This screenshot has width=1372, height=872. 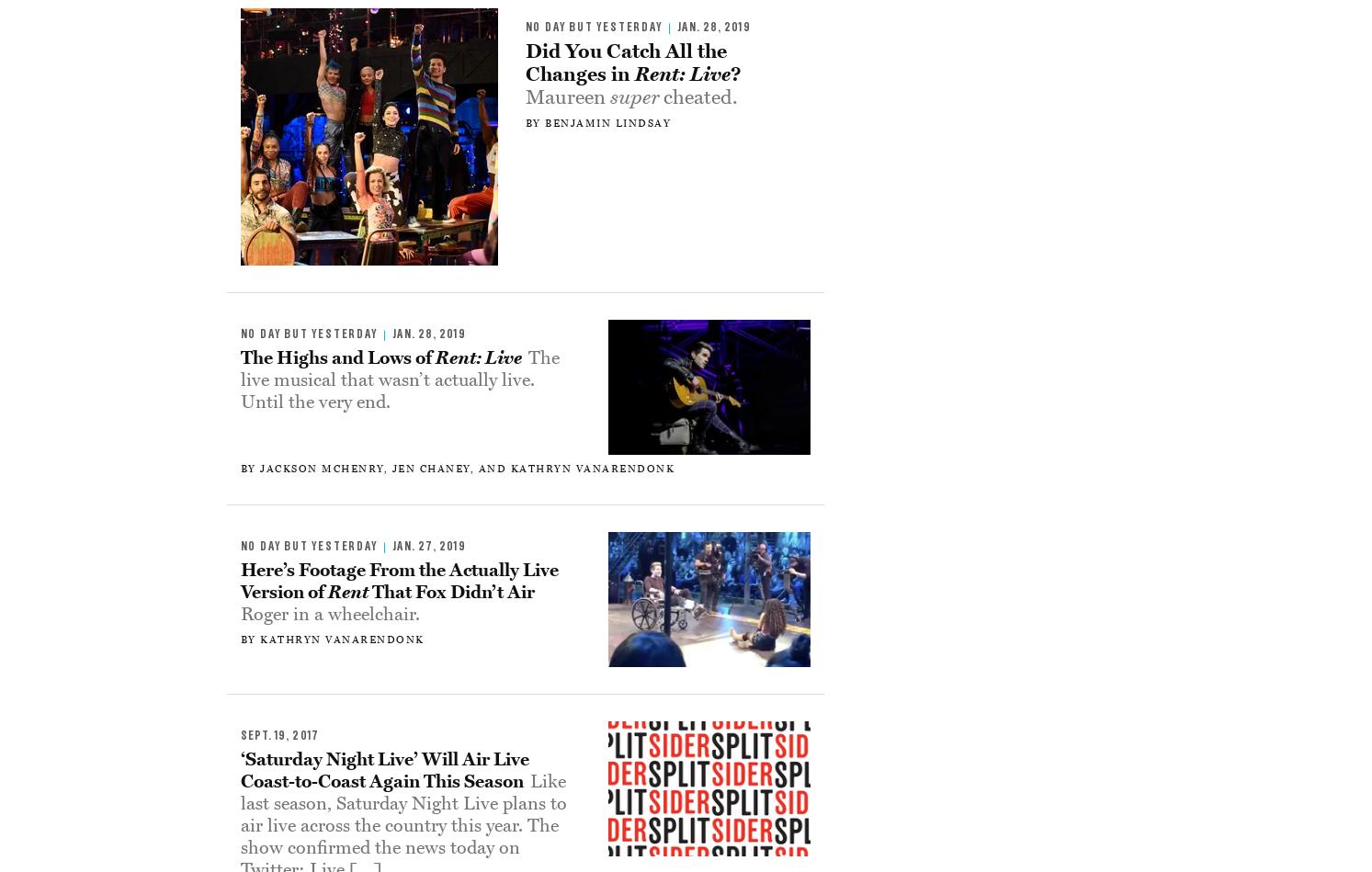 I want to click on 'Did You Catch All the Changes in', so click(x=624, y=62).